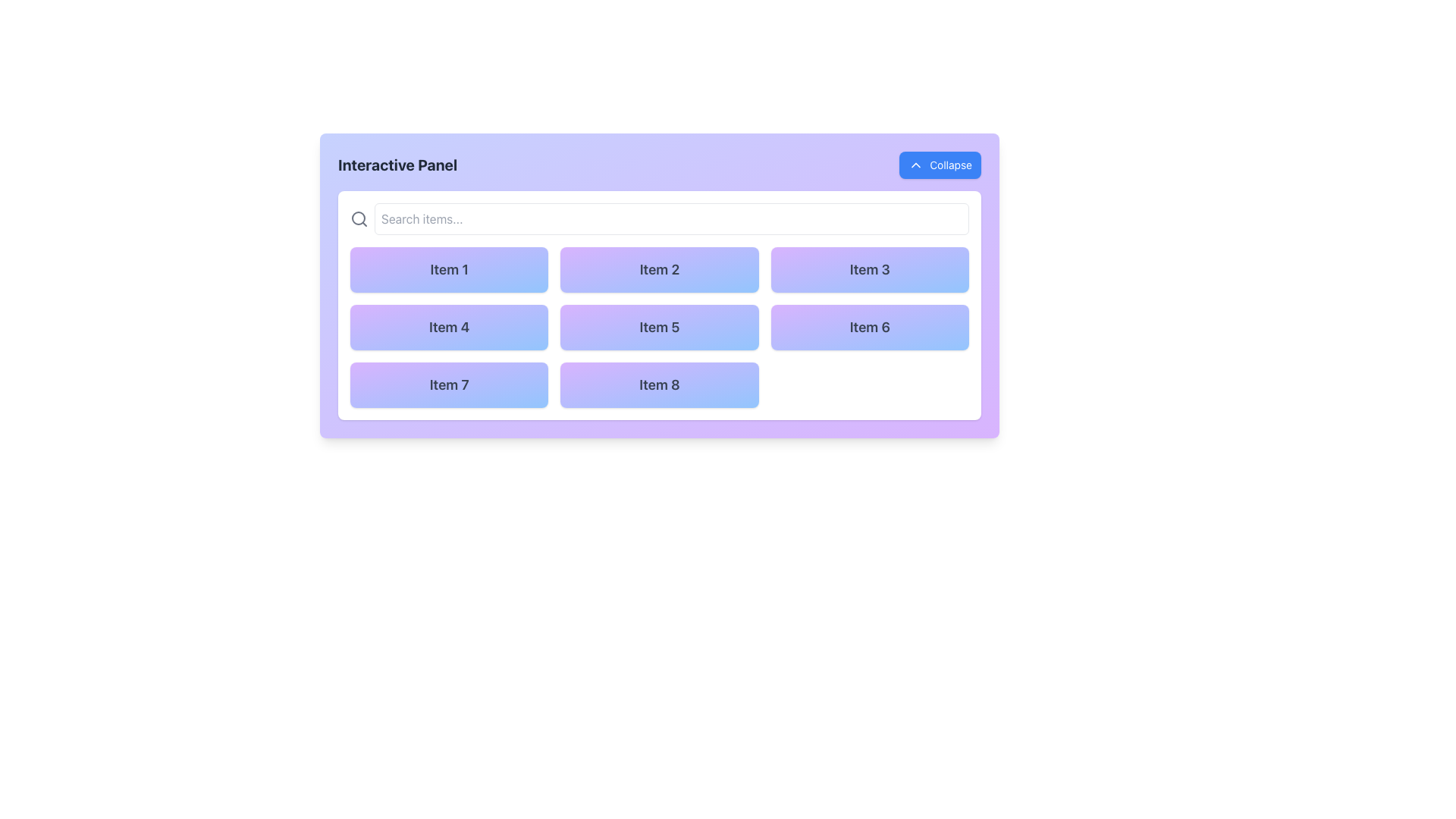  Describe the element at coordinates (870, 268) in the screenshot. I see `the button labeled 'Item 3' with a gradient background from blue to purple, located in the first row and third position of the grid layout` at that location.